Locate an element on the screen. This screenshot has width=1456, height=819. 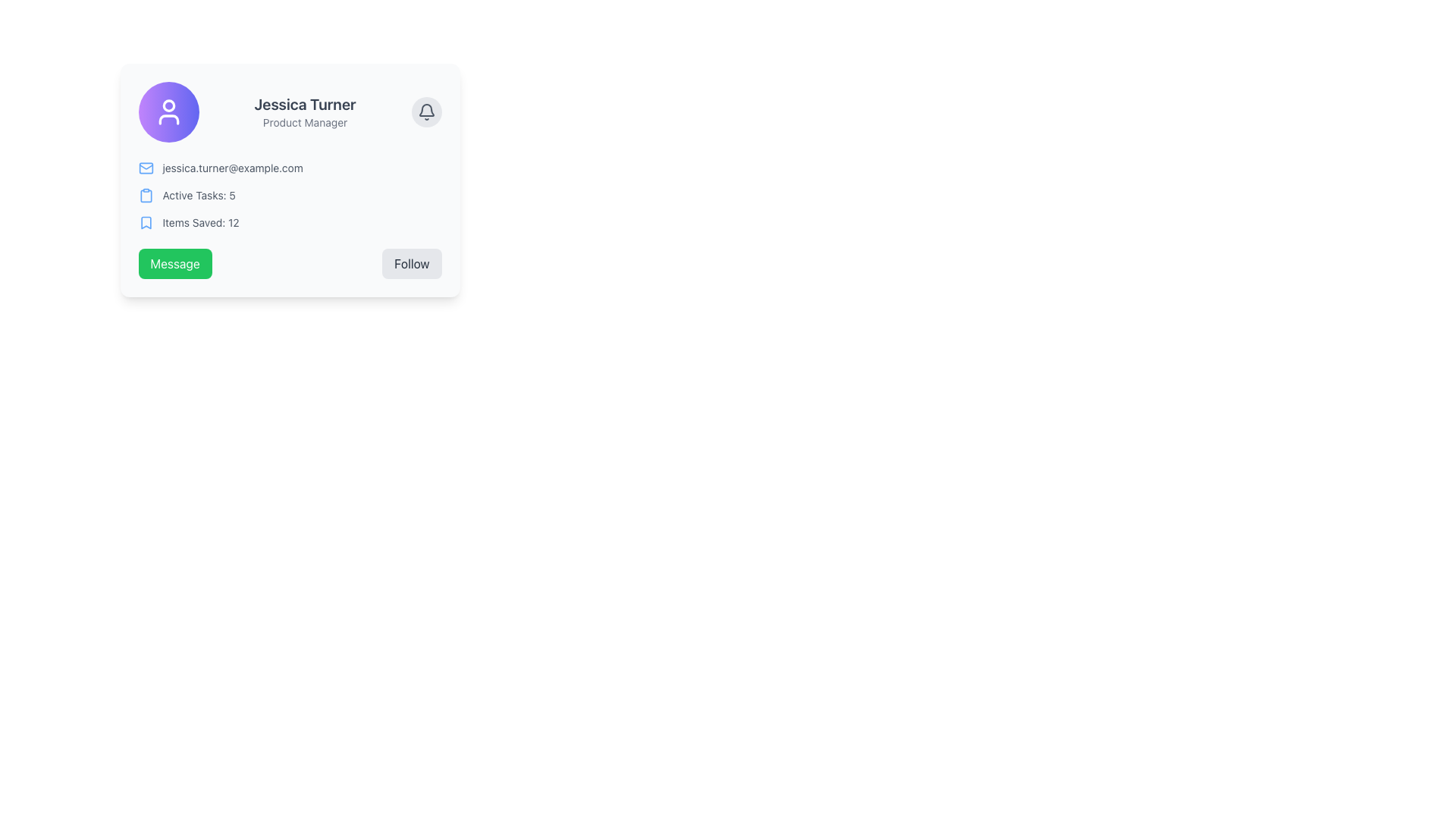
the notification bell icon located in the top-right section of the user card, which represents notification-related features is located at coordinates (425, 109).